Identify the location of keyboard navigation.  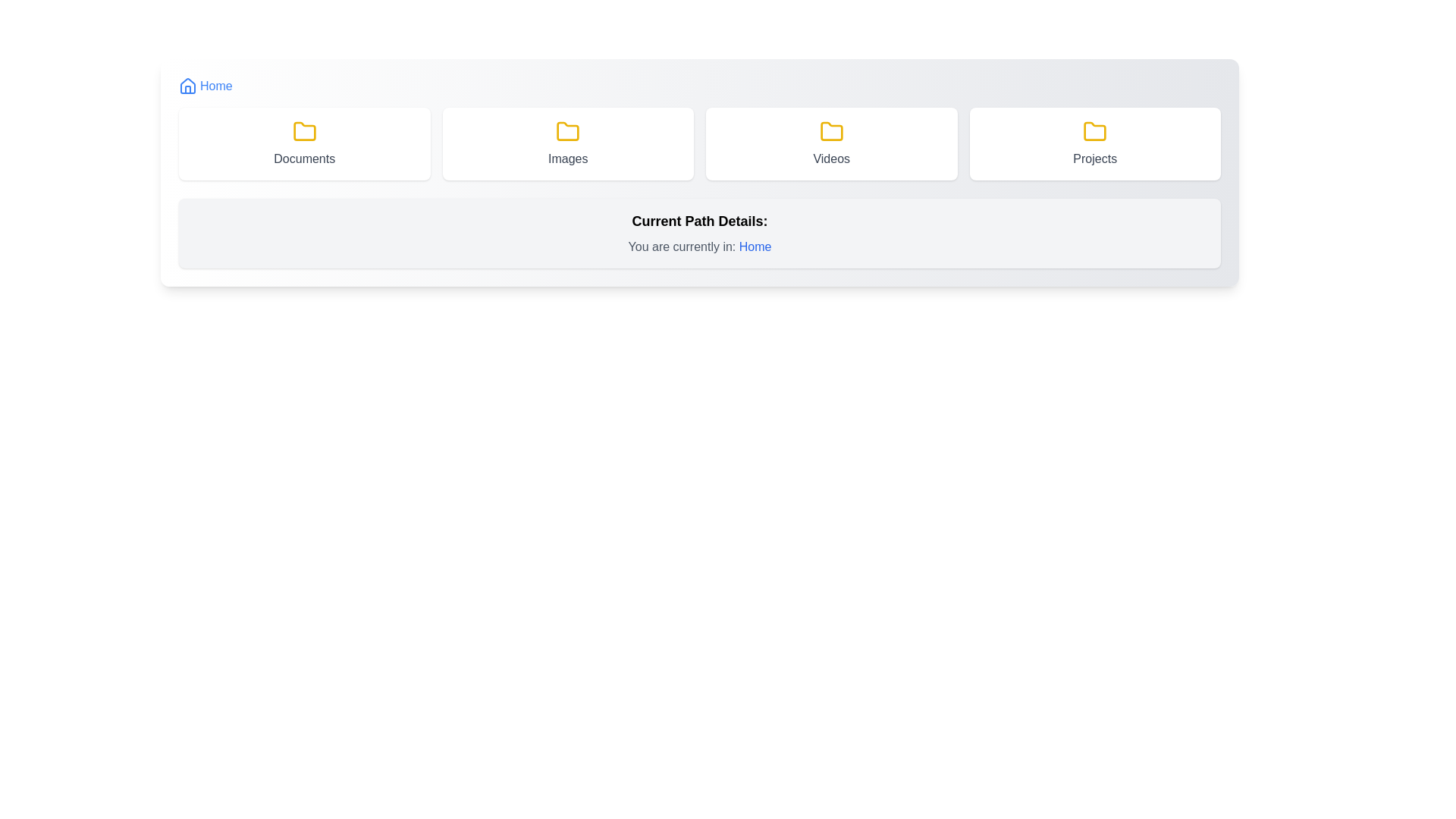
(830, 143).